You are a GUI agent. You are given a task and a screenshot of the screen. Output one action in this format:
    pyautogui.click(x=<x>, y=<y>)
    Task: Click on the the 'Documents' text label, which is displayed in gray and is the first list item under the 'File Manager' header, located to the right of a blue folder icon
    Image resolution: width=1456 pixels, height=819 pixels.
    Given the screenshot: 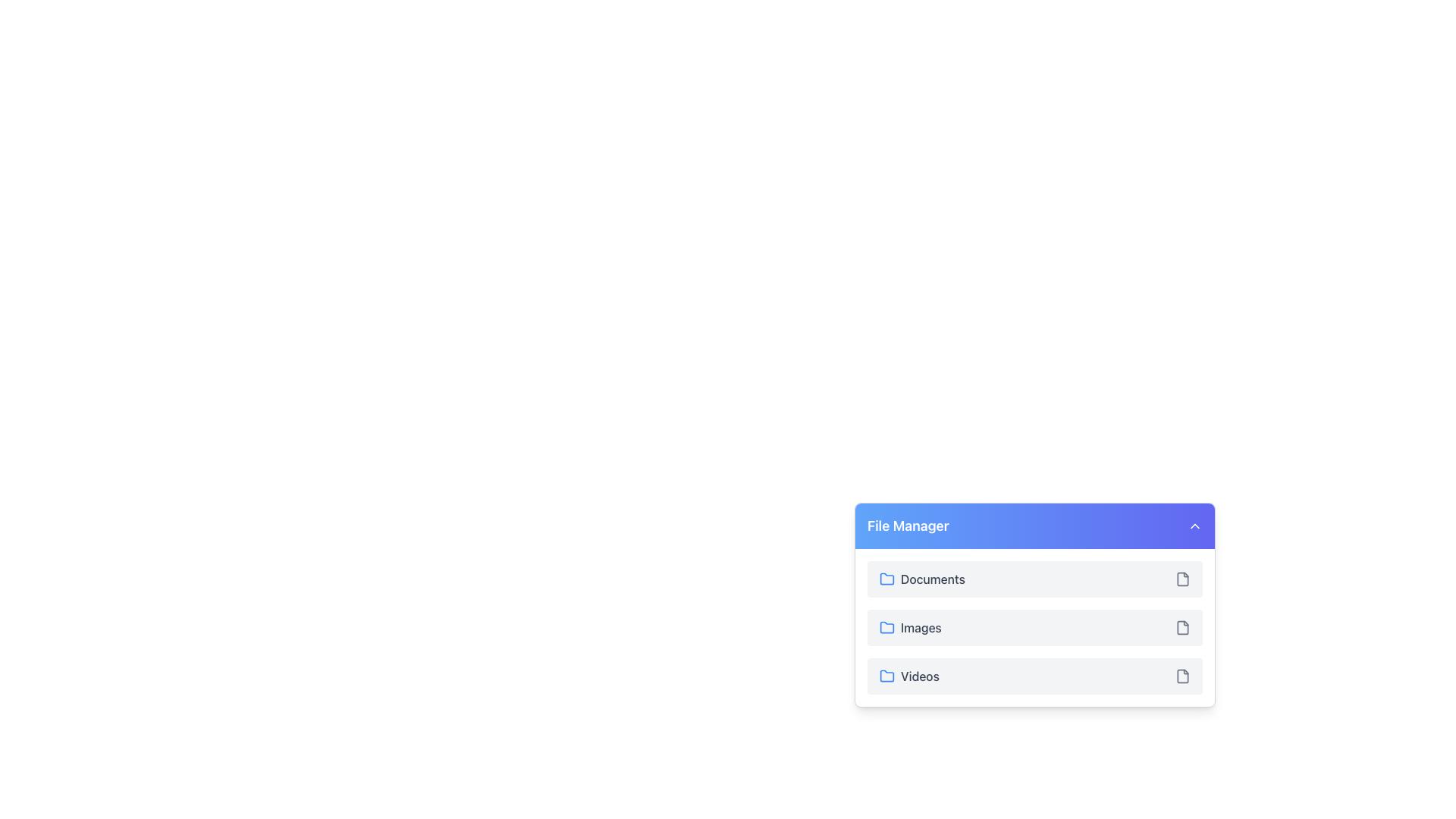 What is the action you would take?
    pyautogui.click(x=932, y=579)
    